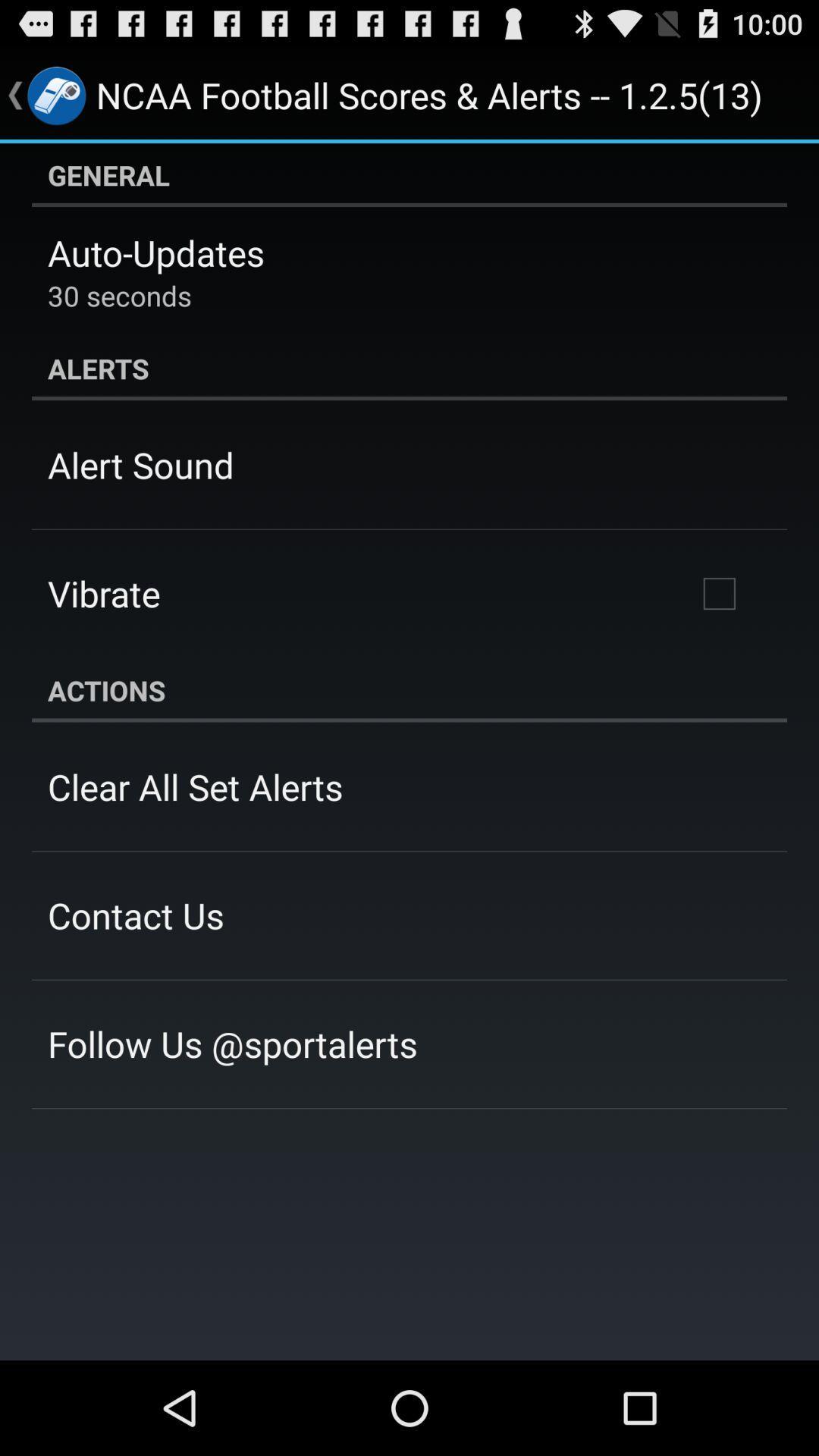  Describe the element at coordinates (155, 253) in the screenshot. I see `app above 30 seconds` at that location.